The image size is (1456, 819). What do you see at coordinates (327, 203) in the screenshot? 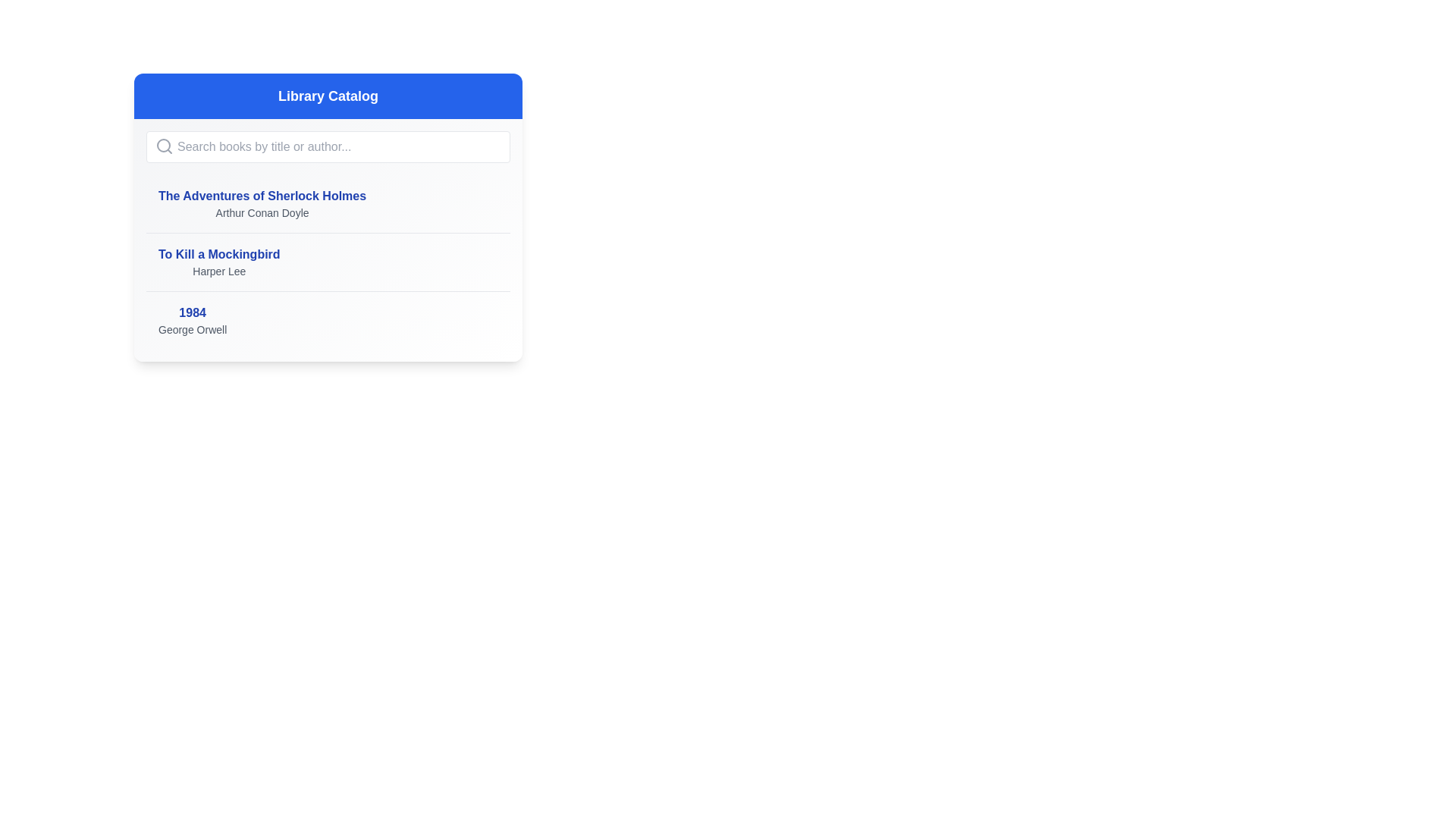
I see `the list item element representing the book entry titled 'The Adventures of Sherlock Holmes'` at bounding box center [327, 203].